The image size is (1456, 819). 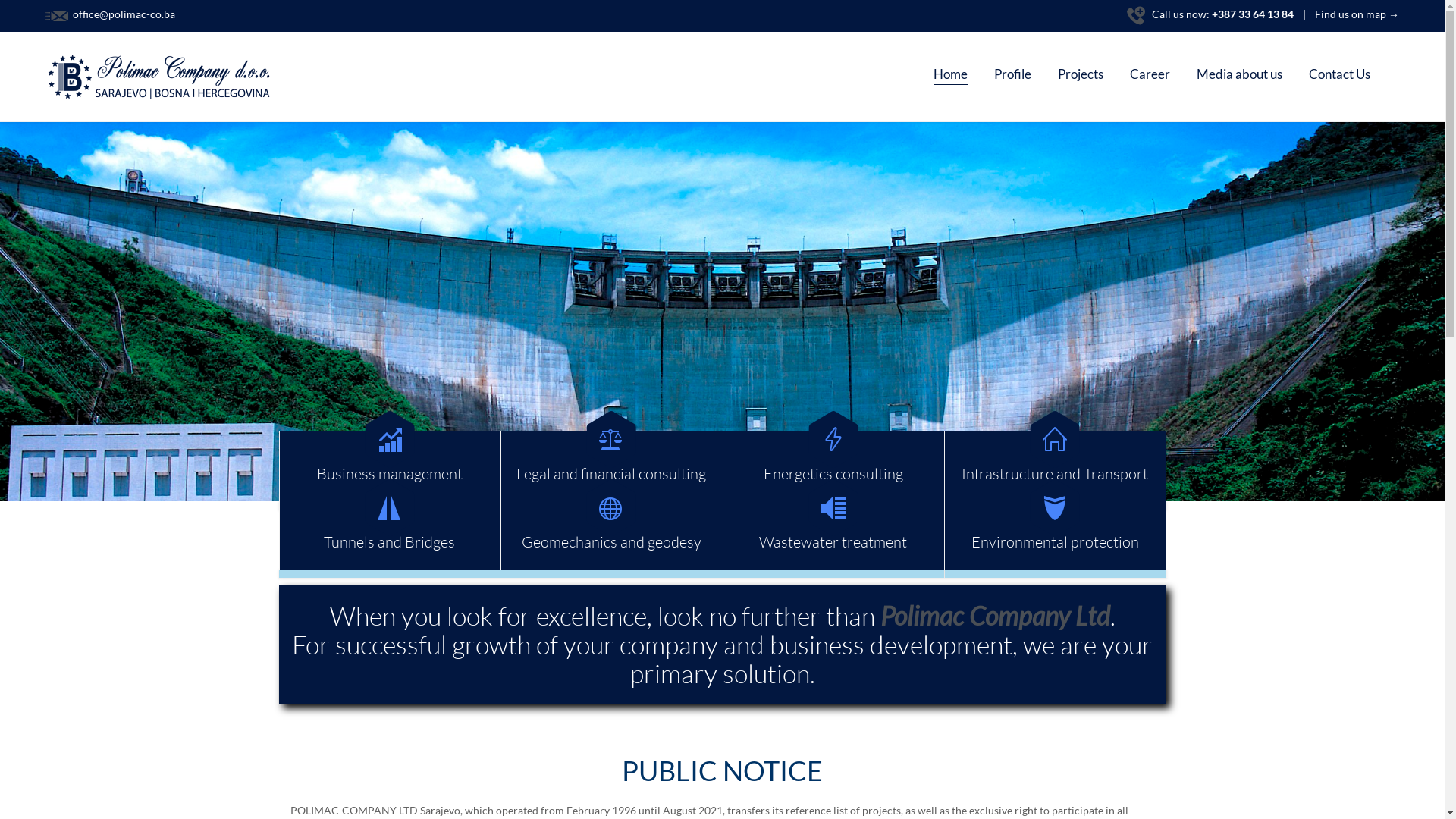 I want to click on 'Career', so click(x=1150, y=76).